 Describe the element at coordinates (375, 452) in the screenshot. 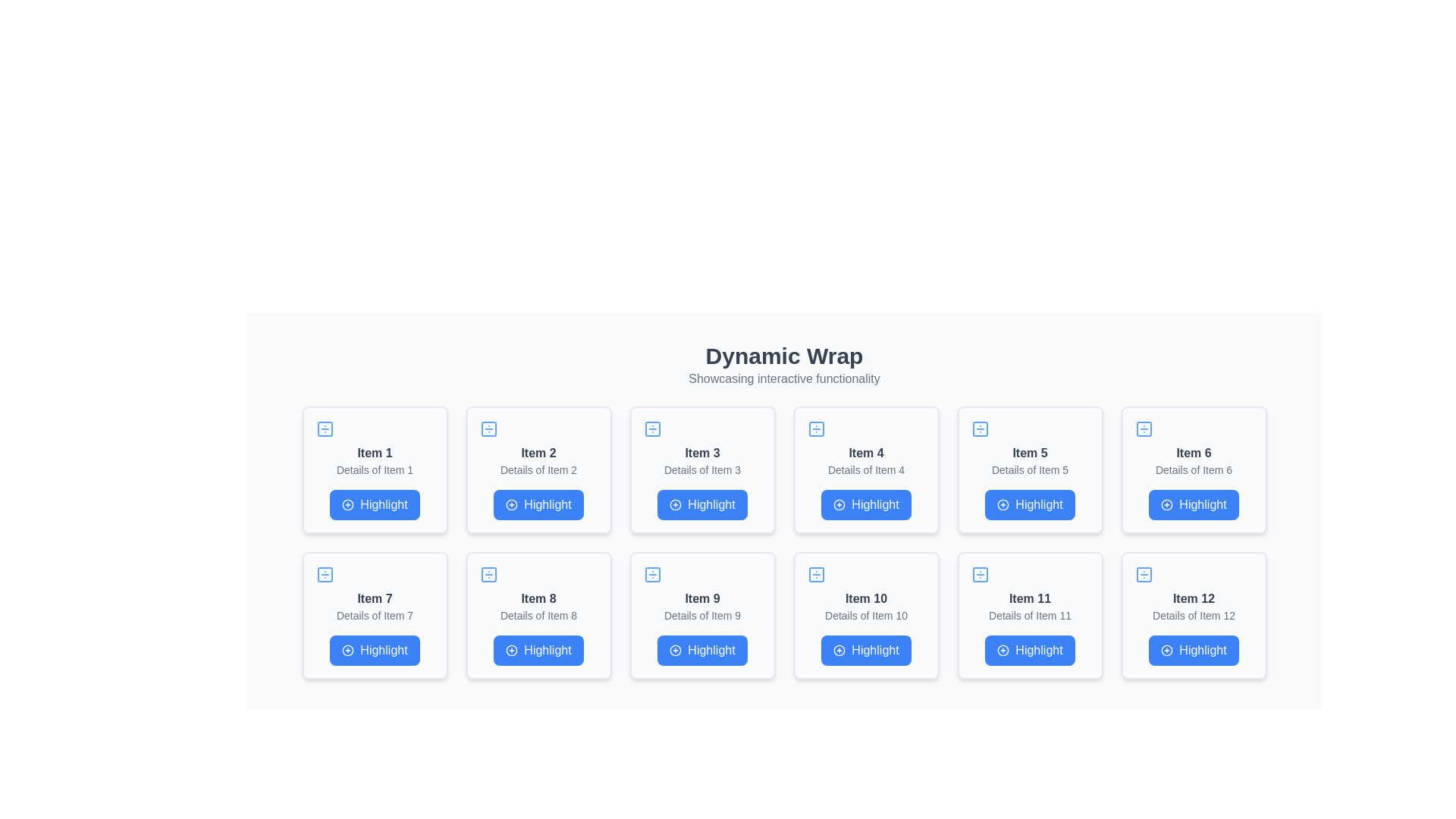

I see `text 'Item 1' from the label located at the top of the first card in the grid layout` at that location.